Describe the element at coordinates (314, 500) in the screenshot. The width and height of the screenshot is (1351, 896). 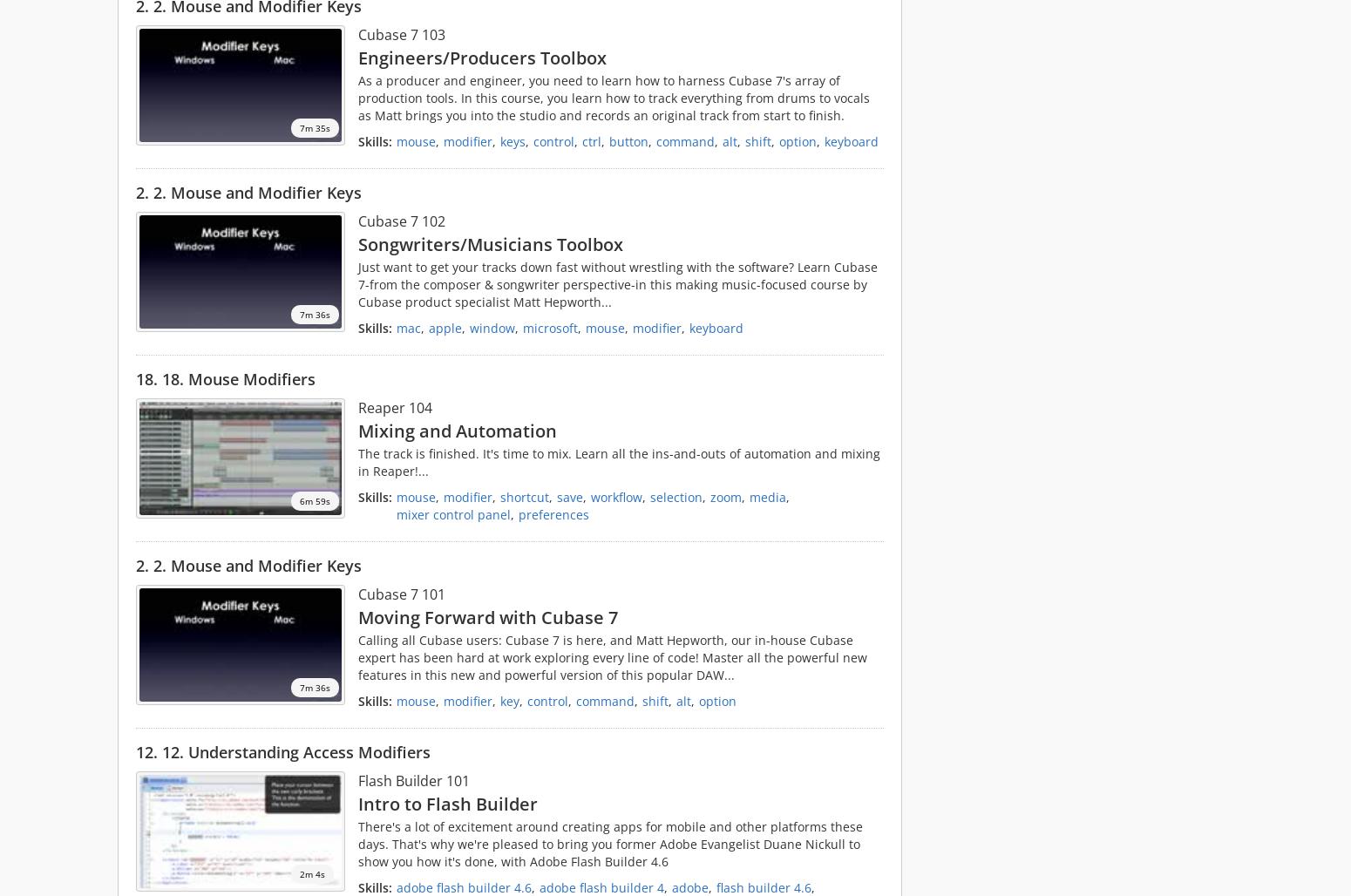
I see `'6m 59s'` at that location.